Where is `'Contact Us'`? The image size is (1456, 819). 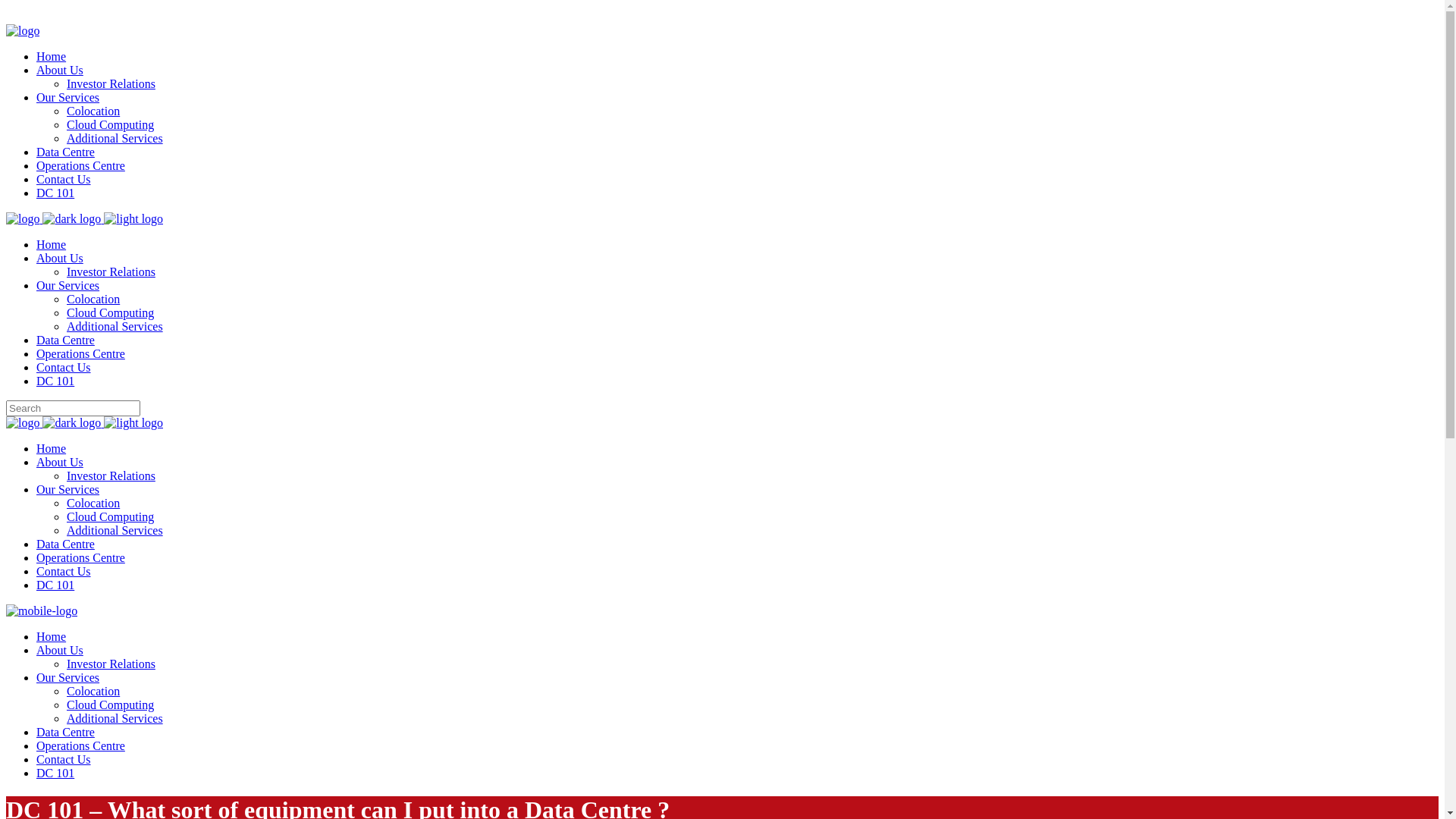 'Contact Us' is located at coordinates (62, 178).